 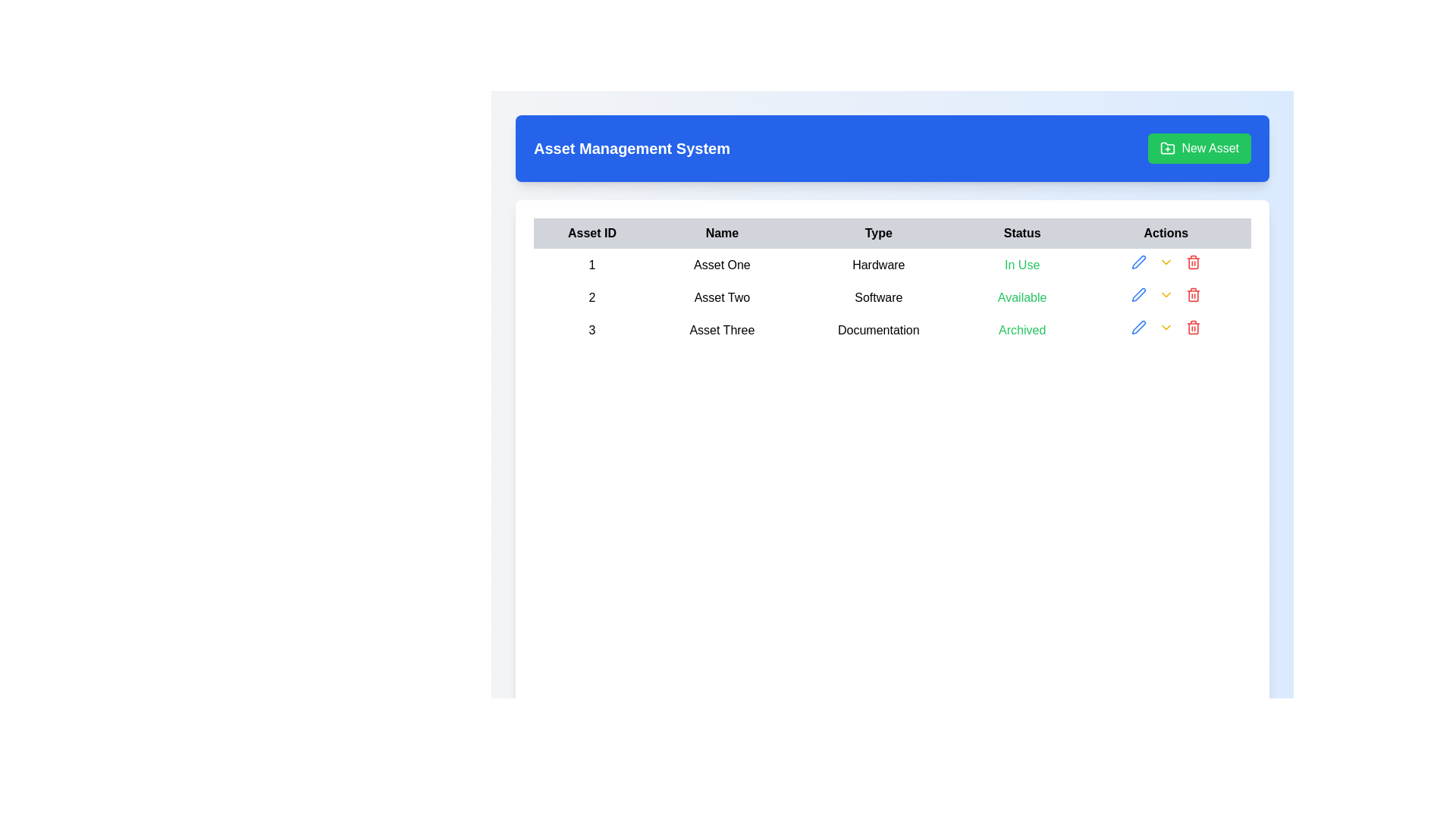 What do you see at coordinates (878, 234) in the screenshot?
I see `the text label displaying 'Type', which is the third column header in a table with a gray background and centered black text` at bounding box center [878, 234].